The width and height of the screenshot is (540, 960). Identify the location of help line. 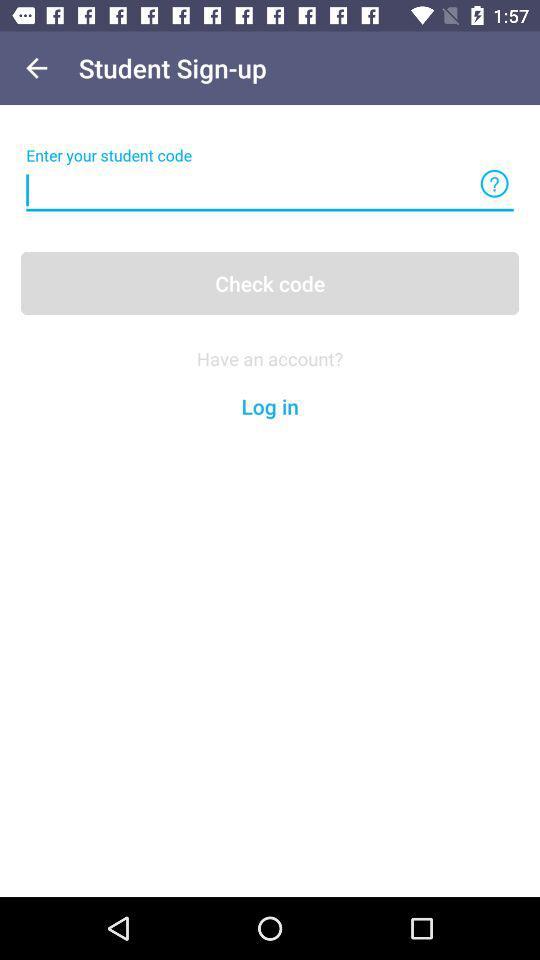
(493, 183).